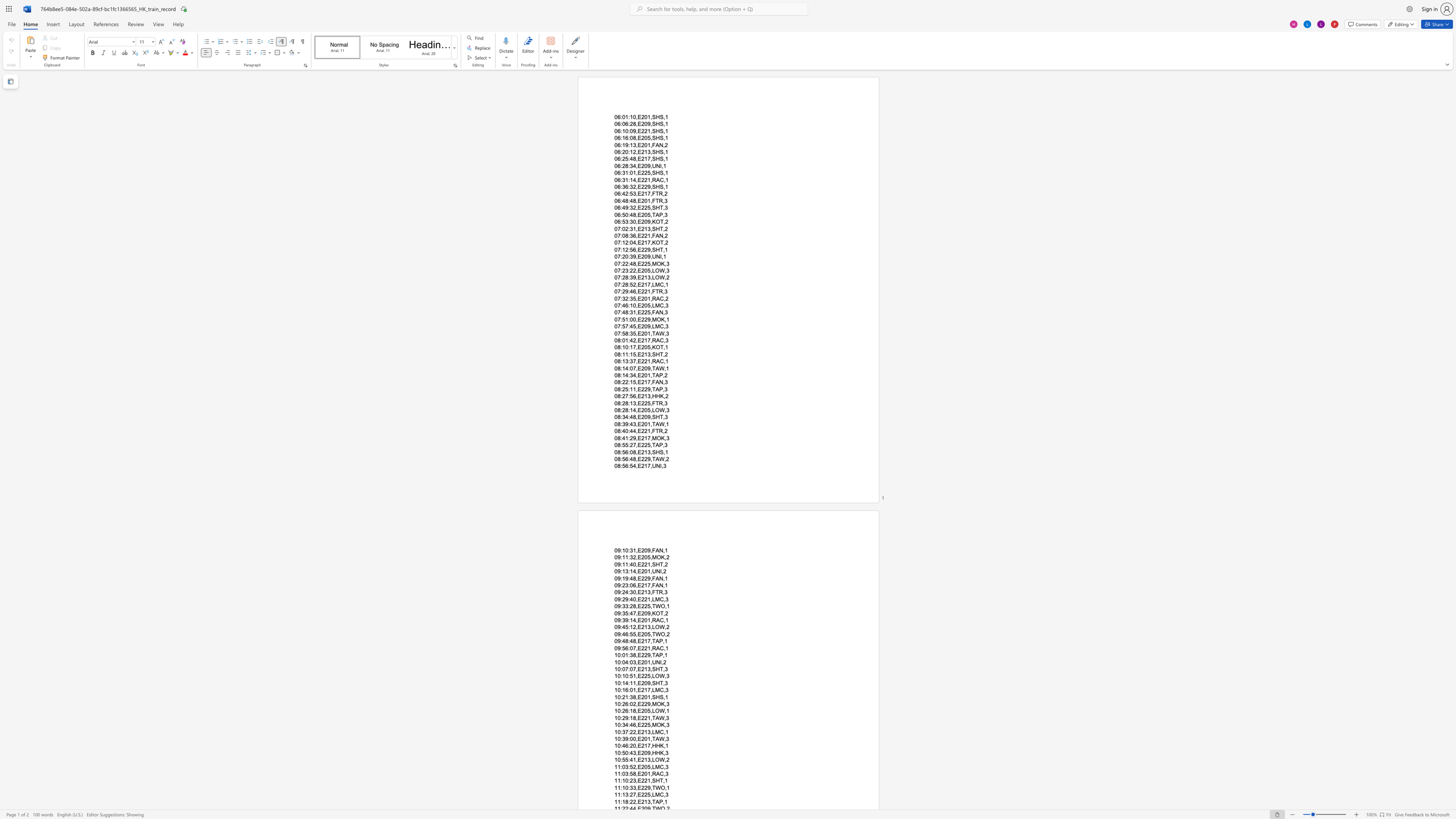  What do you see at coordinates (637, 214) in the screenshot?
I see `the subset text "E205,TA" within the text "06:50:48,E205,TAP,3"` at bounding box center [637, 214].